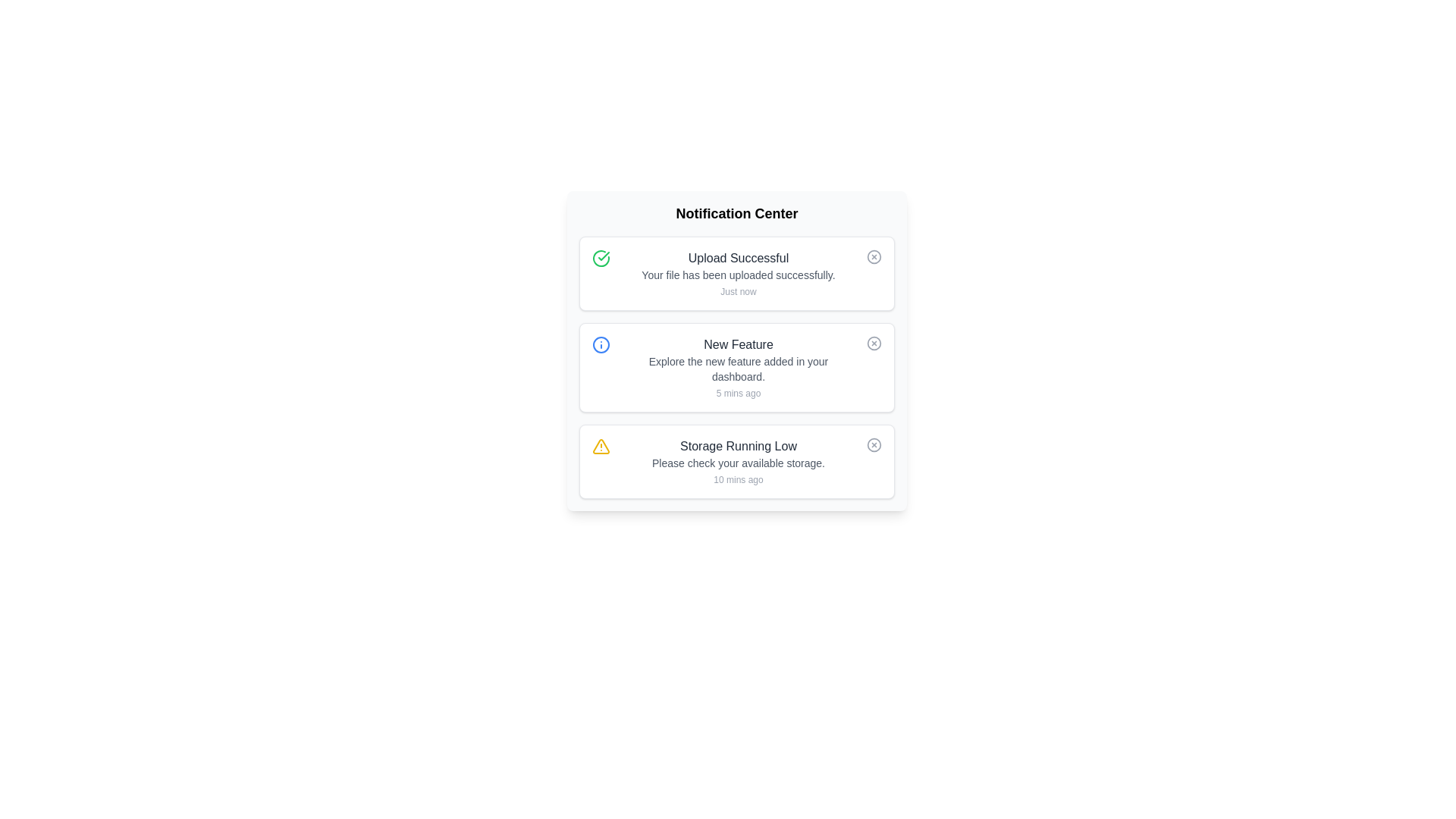 The width and height of the screenshot is (1456, 819). I want to click on timestamp text displayed in the bottom-right quadrant of the 'Storage Running Low' notification card, located beneath the message 'Please check your available storage.', so click(739, 479).